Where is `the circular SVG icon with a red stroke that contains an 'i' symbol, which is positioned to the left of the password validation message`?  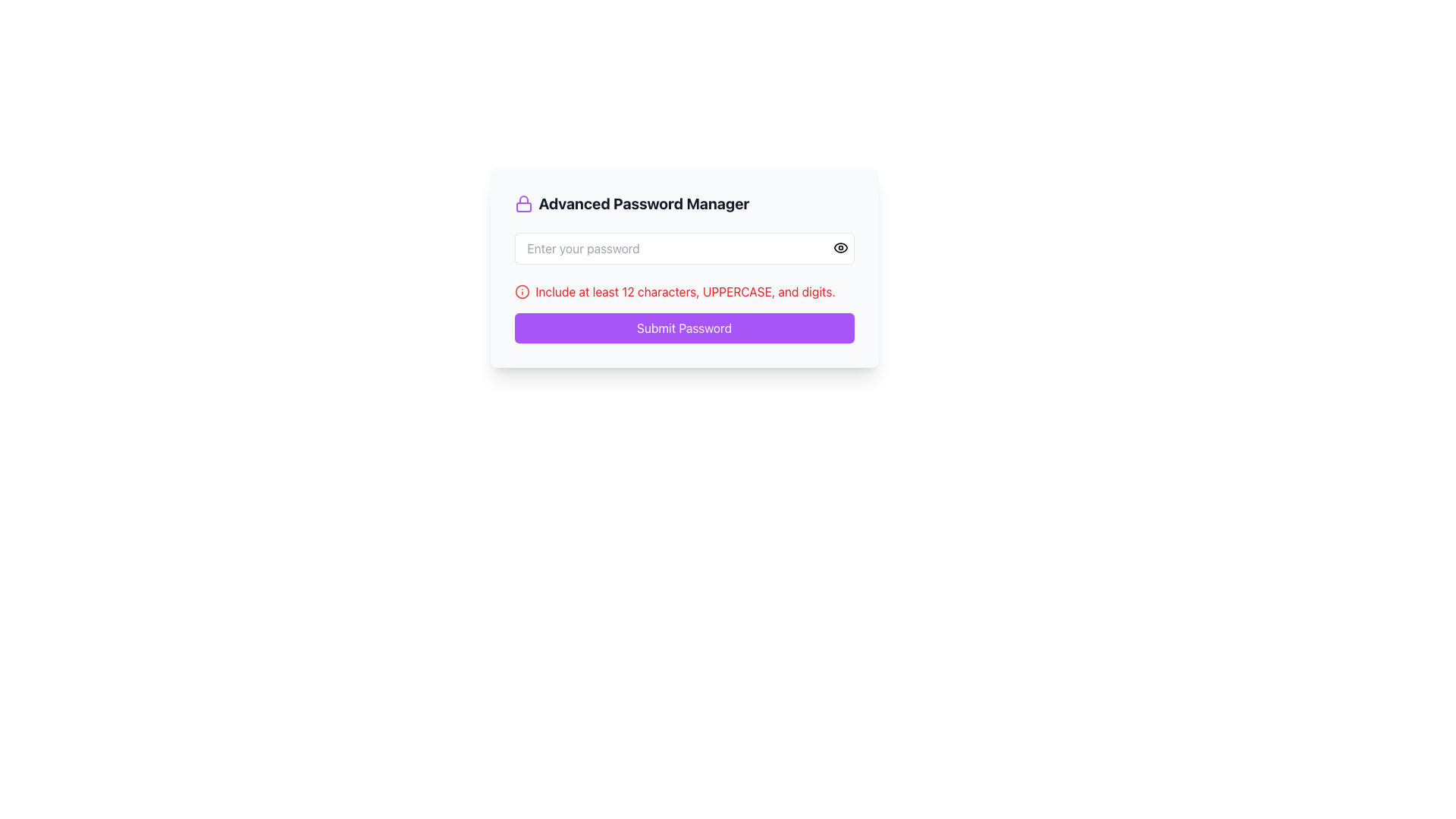
the circular SVG icon with a red stroke that contains an 'i' symbol, which is positioned to the left of the password validation message is located at coordinates (522, 292).